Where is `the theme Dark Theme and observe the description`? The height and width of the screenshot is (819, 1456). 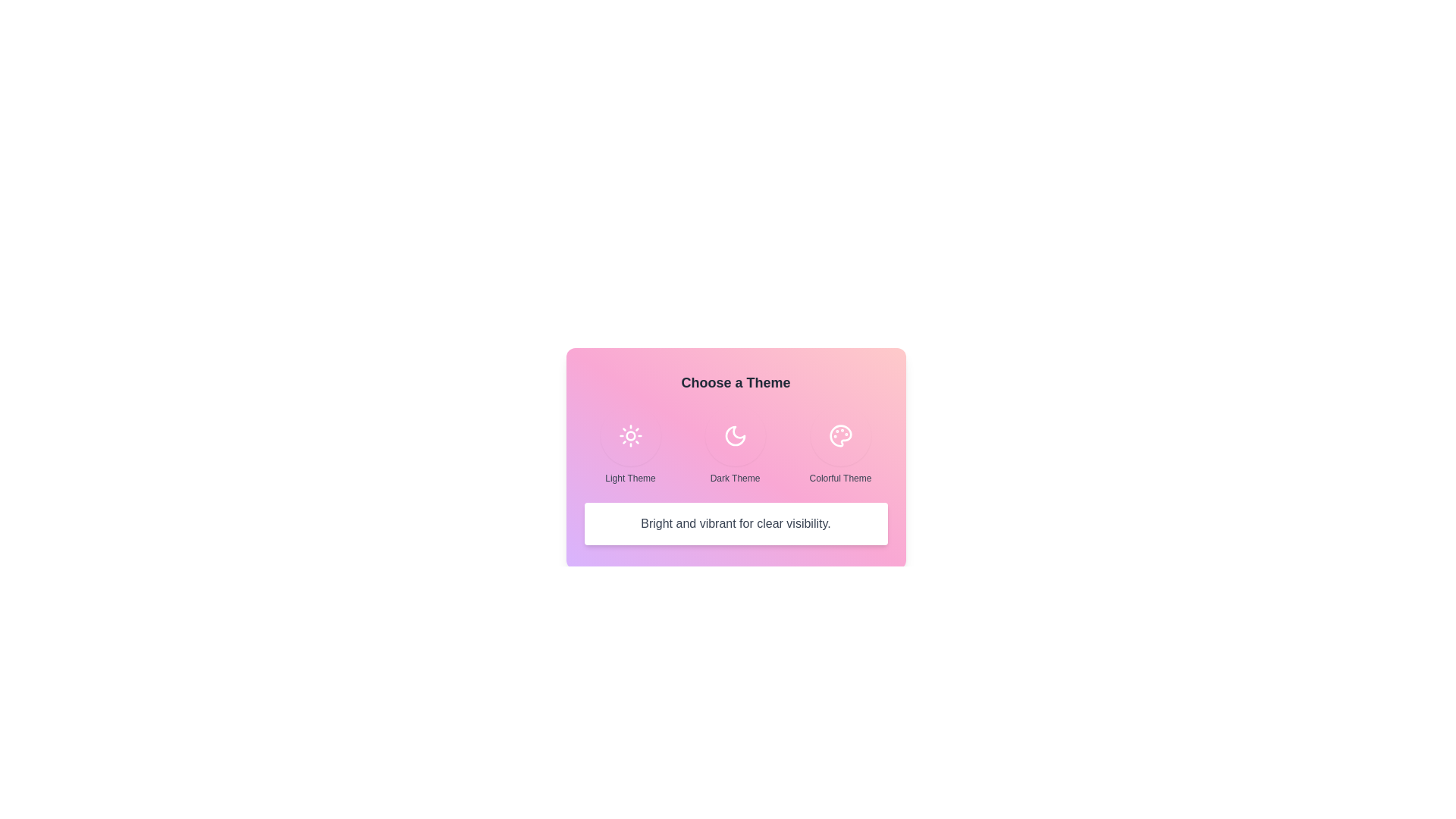 the theme Dark Theme and observe the description is located at coordinates (735, 435).